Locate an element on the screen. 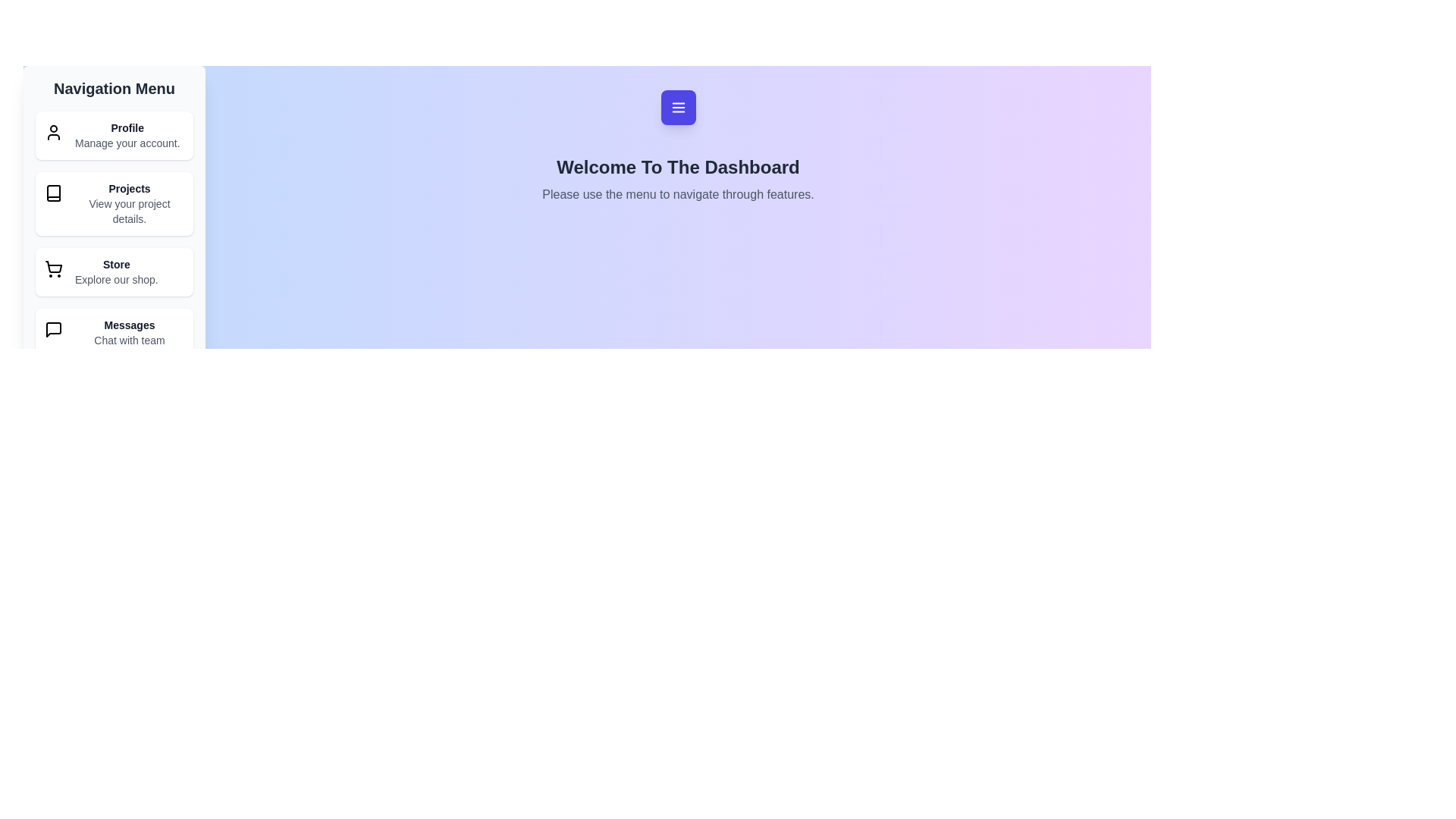 Image resolution: width=1456 pixels, height=819 pixels. the navigation item Projects is located at coordinates (113, 203).